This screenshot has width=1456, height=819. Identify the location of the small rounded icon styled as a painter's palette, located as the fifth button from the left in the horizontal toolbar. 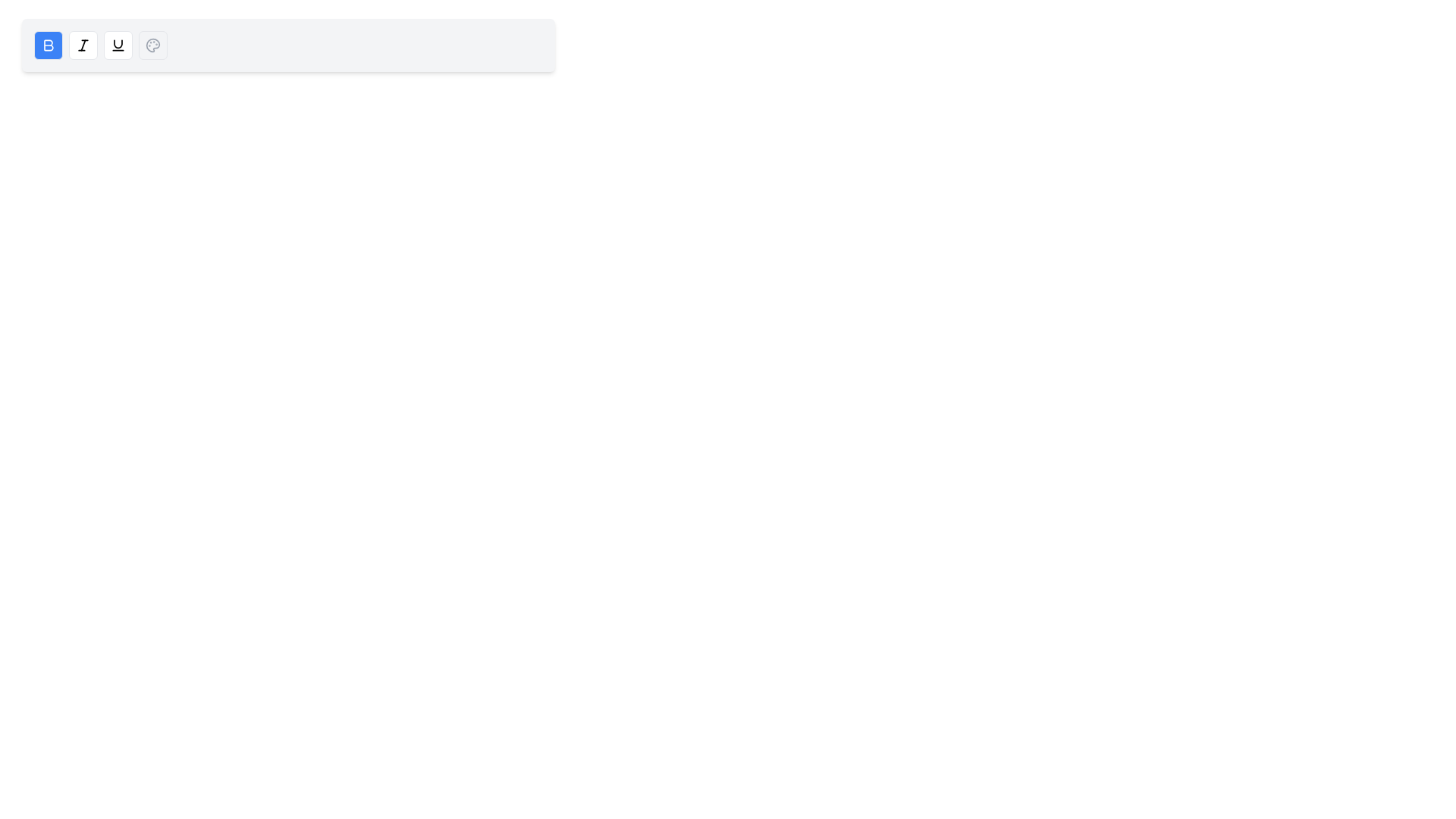
(152, 45).